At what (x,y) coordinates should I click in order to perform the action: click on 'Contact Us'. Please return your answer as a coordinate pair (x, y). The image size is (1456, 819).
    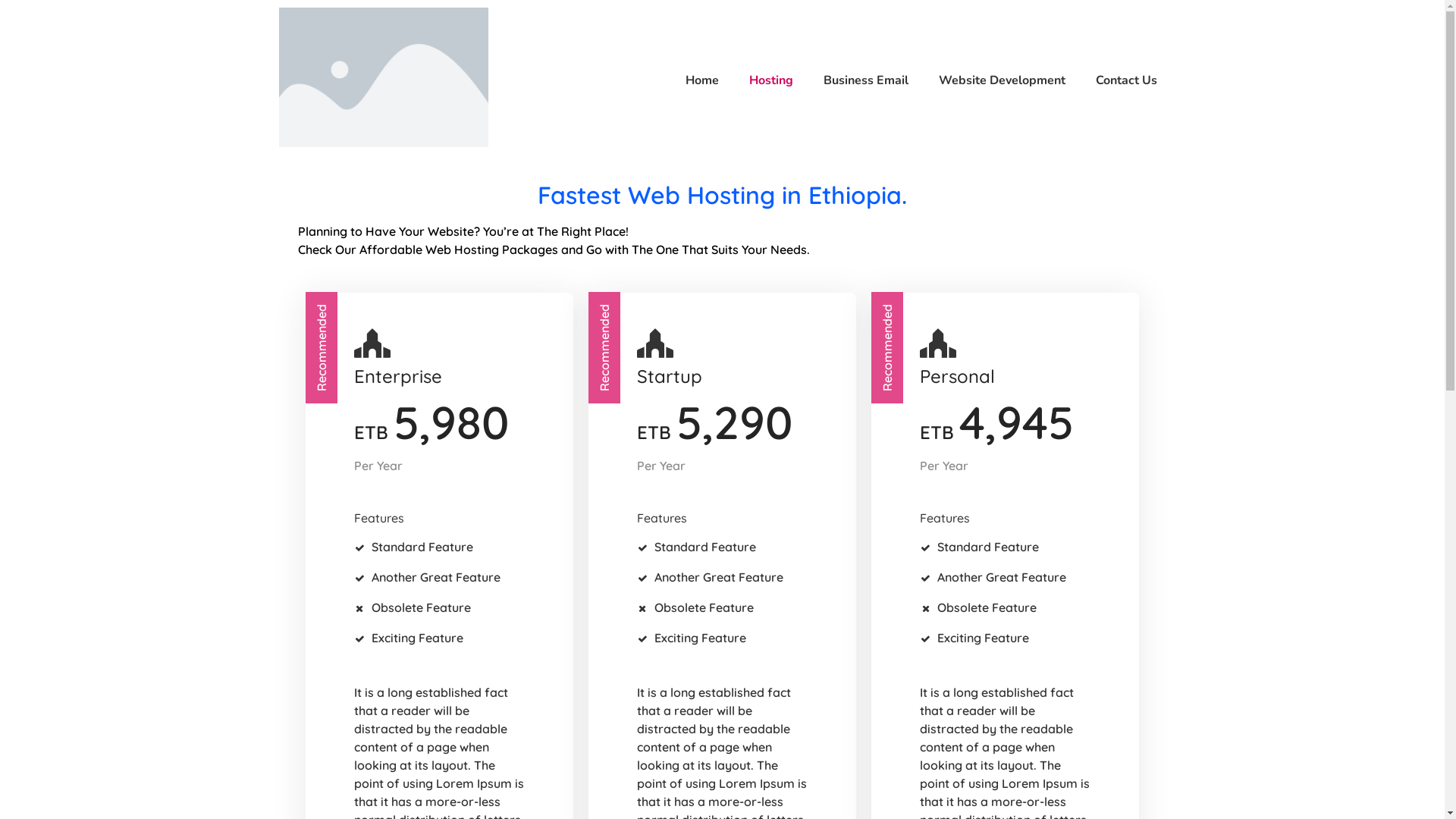
    Looking at the image, I should click on (1119, 80).